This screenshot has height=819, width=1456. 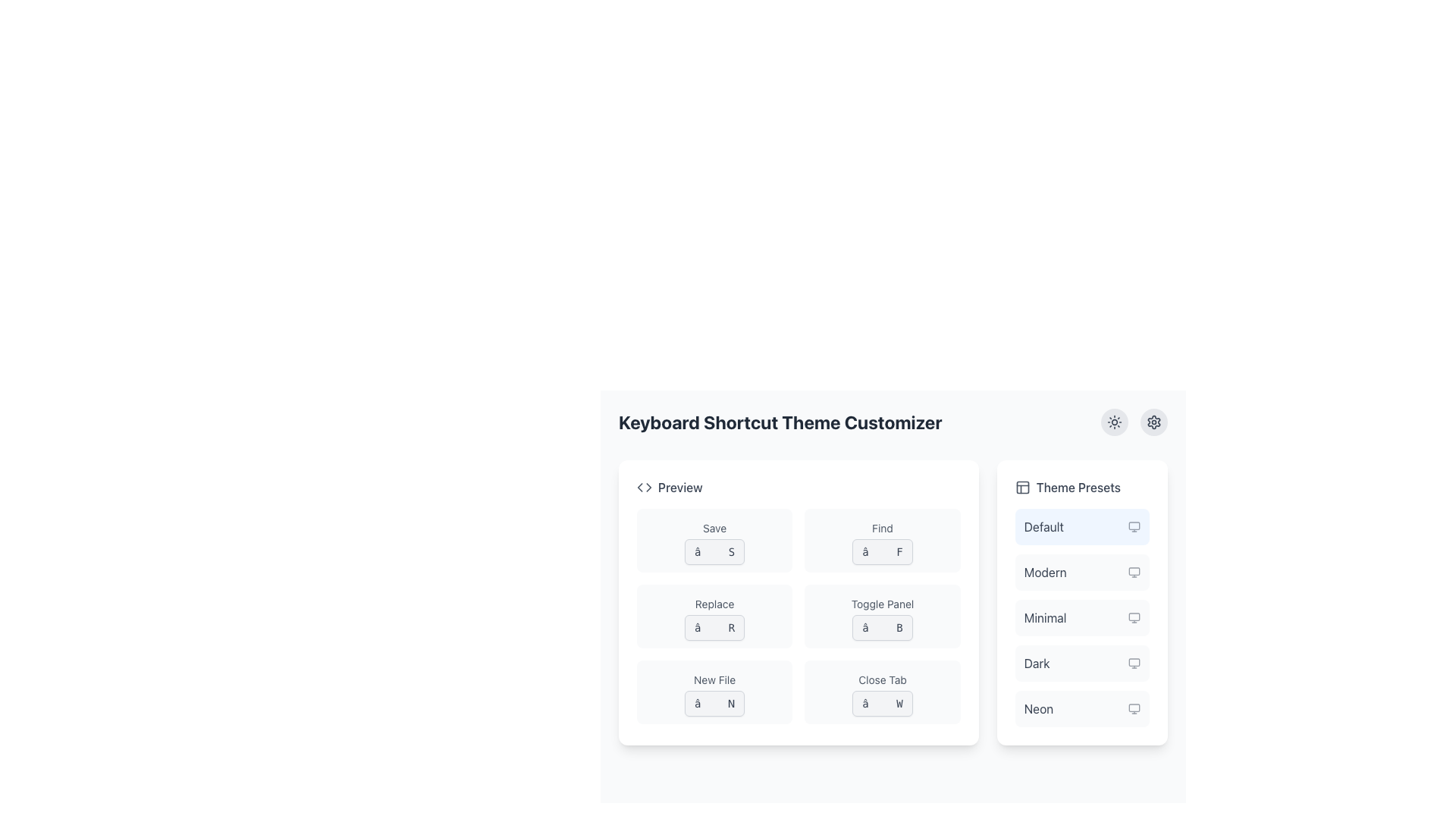 I want to click on the text label displaying 'Preview', which is styled in gray, medium weight font and aligned horizontally with other elements, located near the top left of the main white card, so click(x=679, y=488).